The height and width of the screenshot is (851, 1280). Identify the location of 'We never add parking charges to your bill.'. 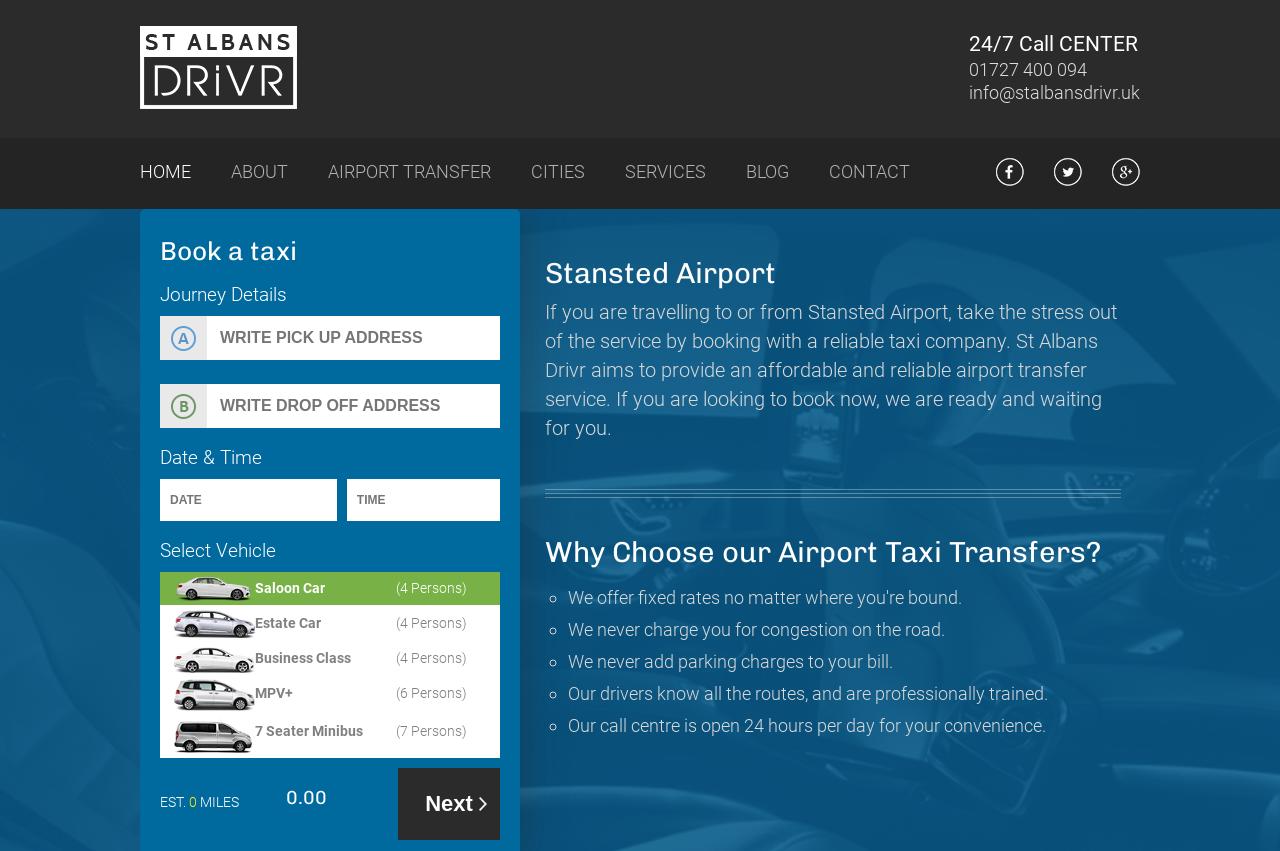
(728, 661).